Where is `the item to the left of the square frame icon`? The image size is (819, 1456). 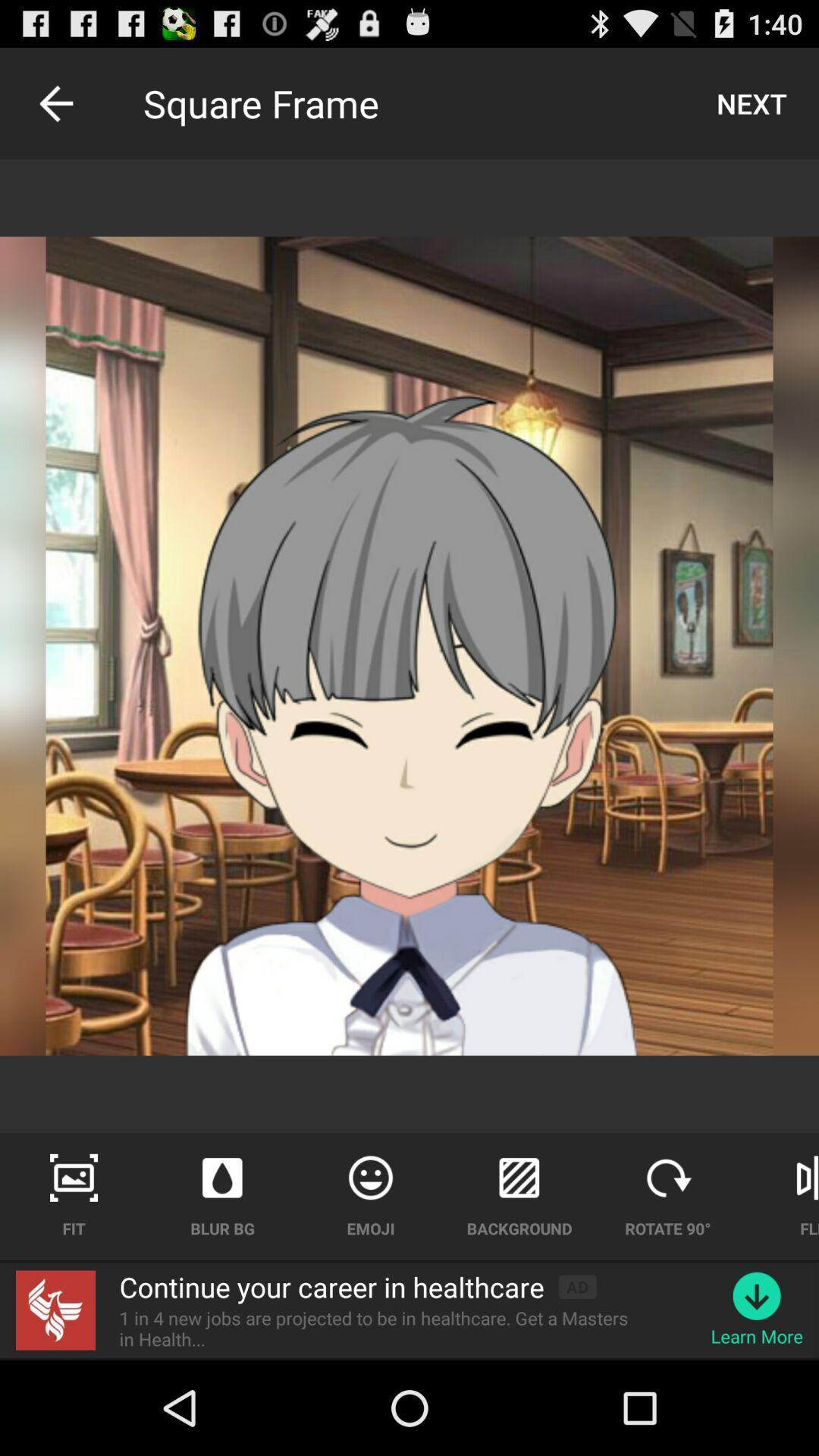 the item to the left of the square frame icon is located at coordinates (55, 102).